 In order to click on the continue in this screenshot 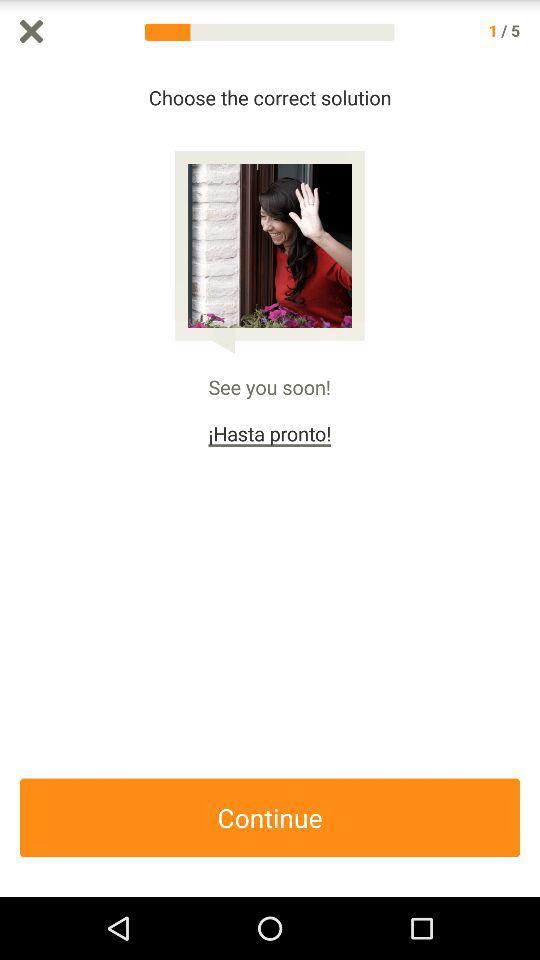, I will do `click(270, 817)`.